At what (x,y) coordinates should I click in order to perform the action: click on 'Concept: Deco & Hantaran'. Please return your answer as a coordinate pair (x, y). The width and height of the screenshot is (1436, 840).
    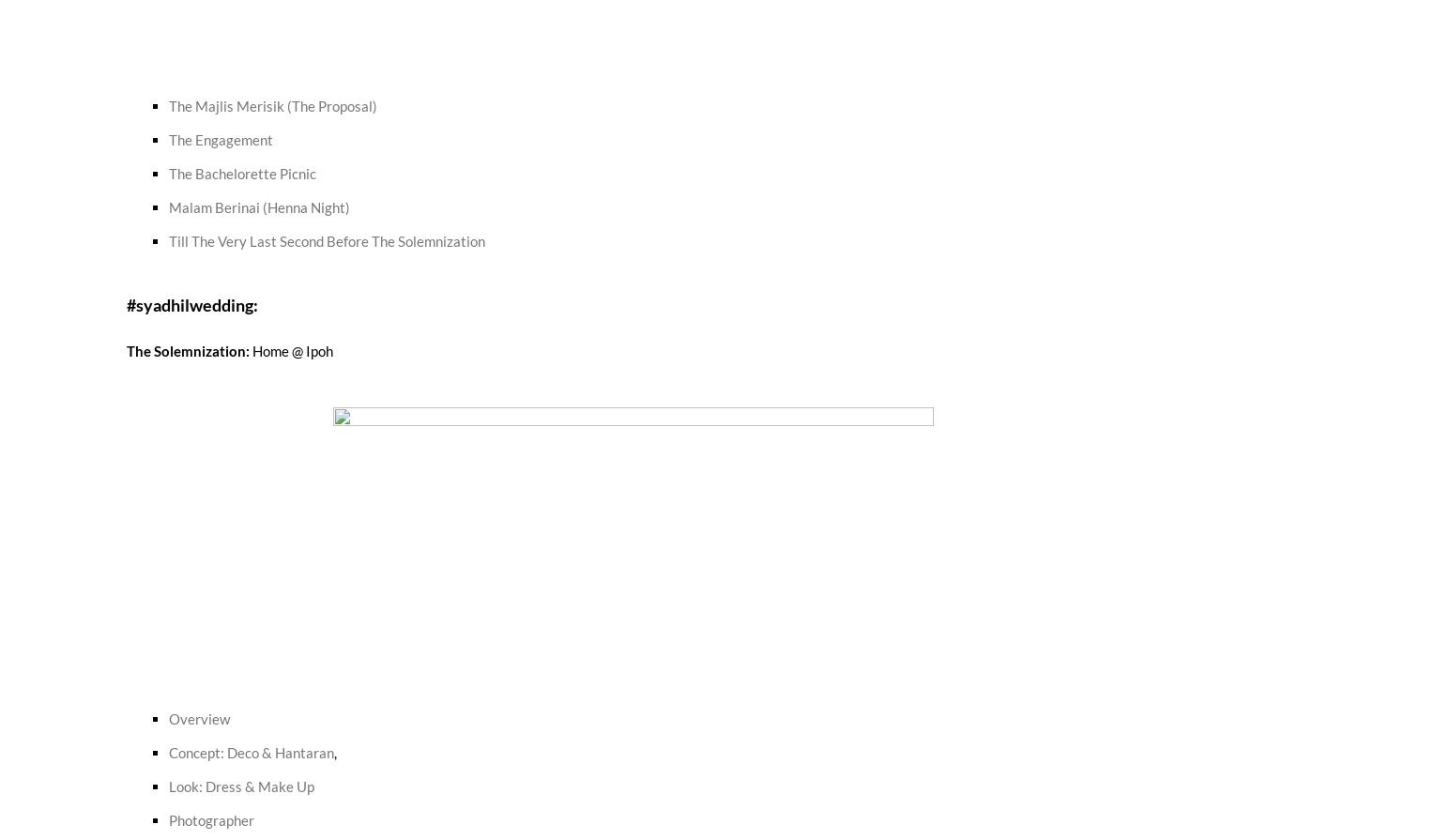
    Looking at the image, I should click on (168, 751).